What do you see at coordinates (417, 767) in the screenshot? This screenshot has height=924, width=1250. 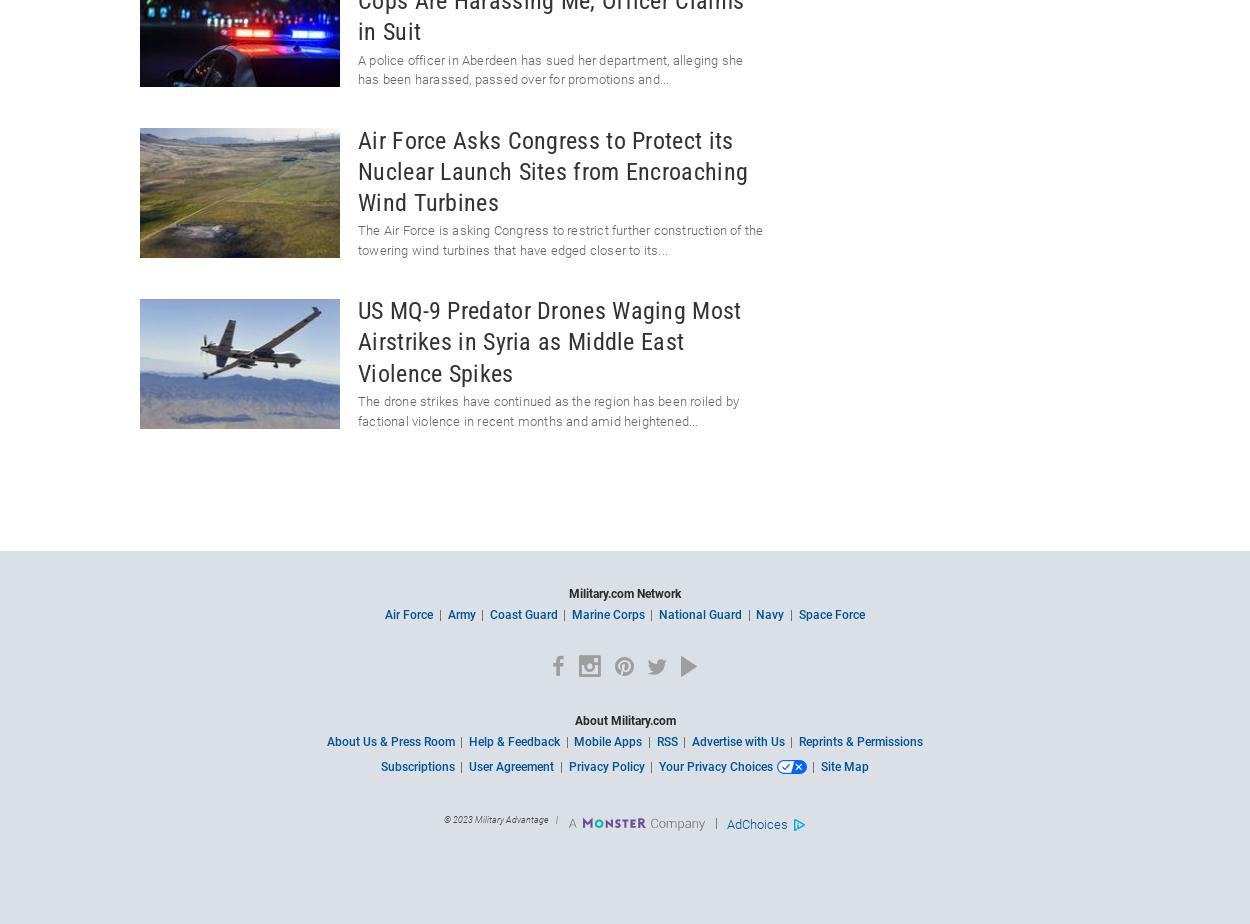 I see `'Subscriptions'` at bounding box center [417, 767].